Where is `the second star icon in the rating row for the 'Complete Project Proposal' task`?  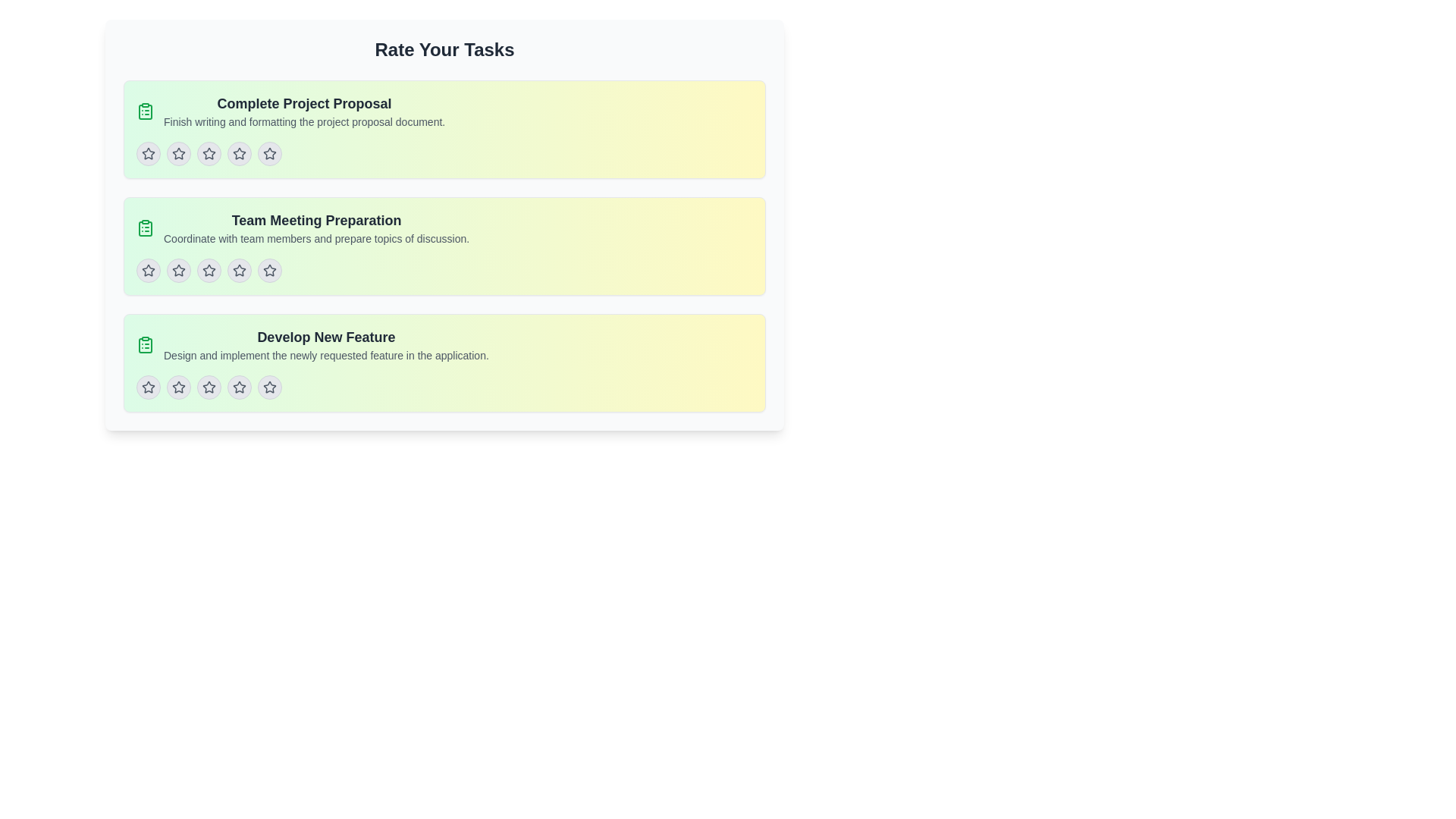 the second star icon in the rating row for the 'Complete Project Proposal' task is located at coordinates (178, 154).